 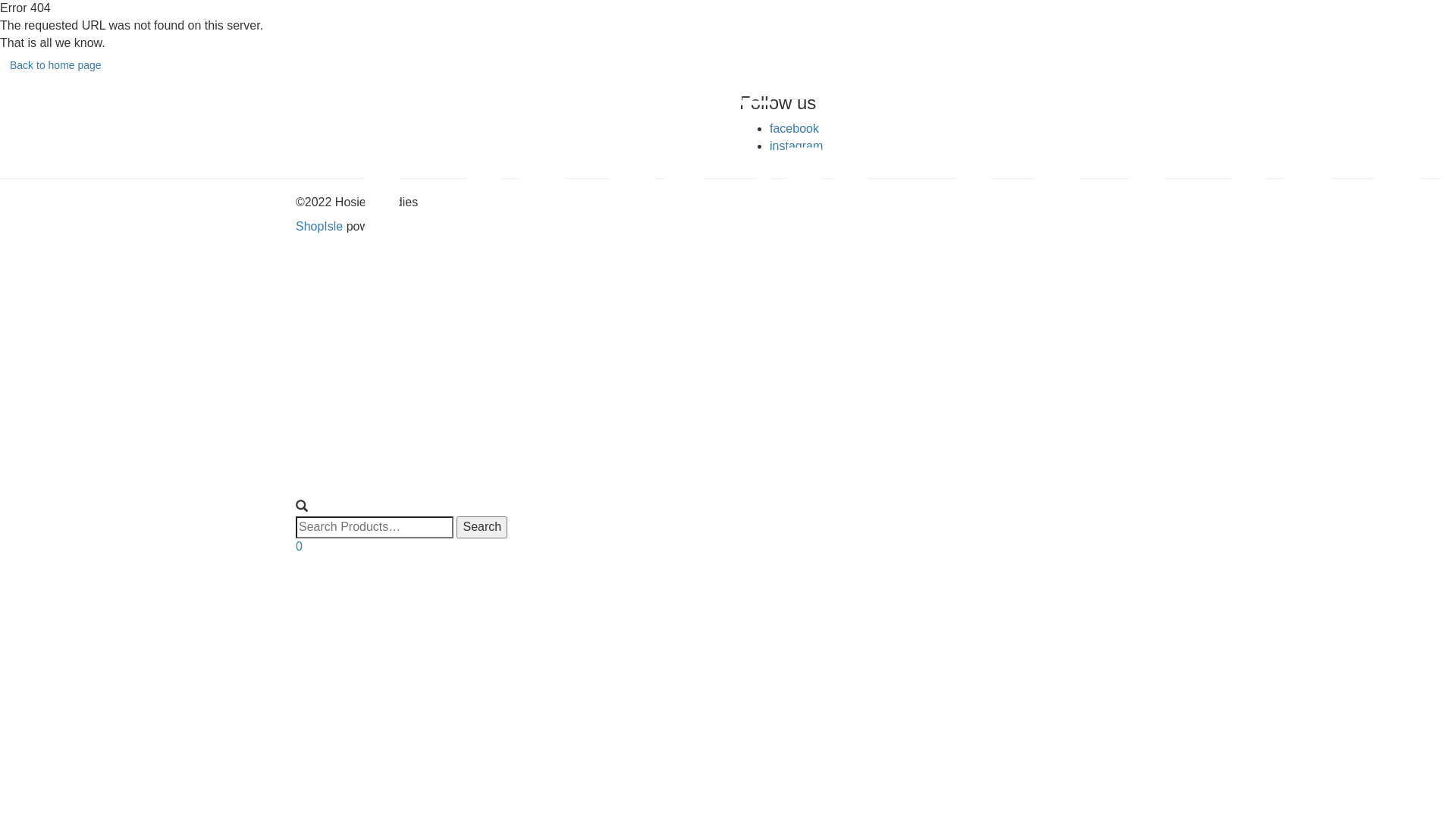 I want to click on 'Back to home page', so click(x=55, y=64).